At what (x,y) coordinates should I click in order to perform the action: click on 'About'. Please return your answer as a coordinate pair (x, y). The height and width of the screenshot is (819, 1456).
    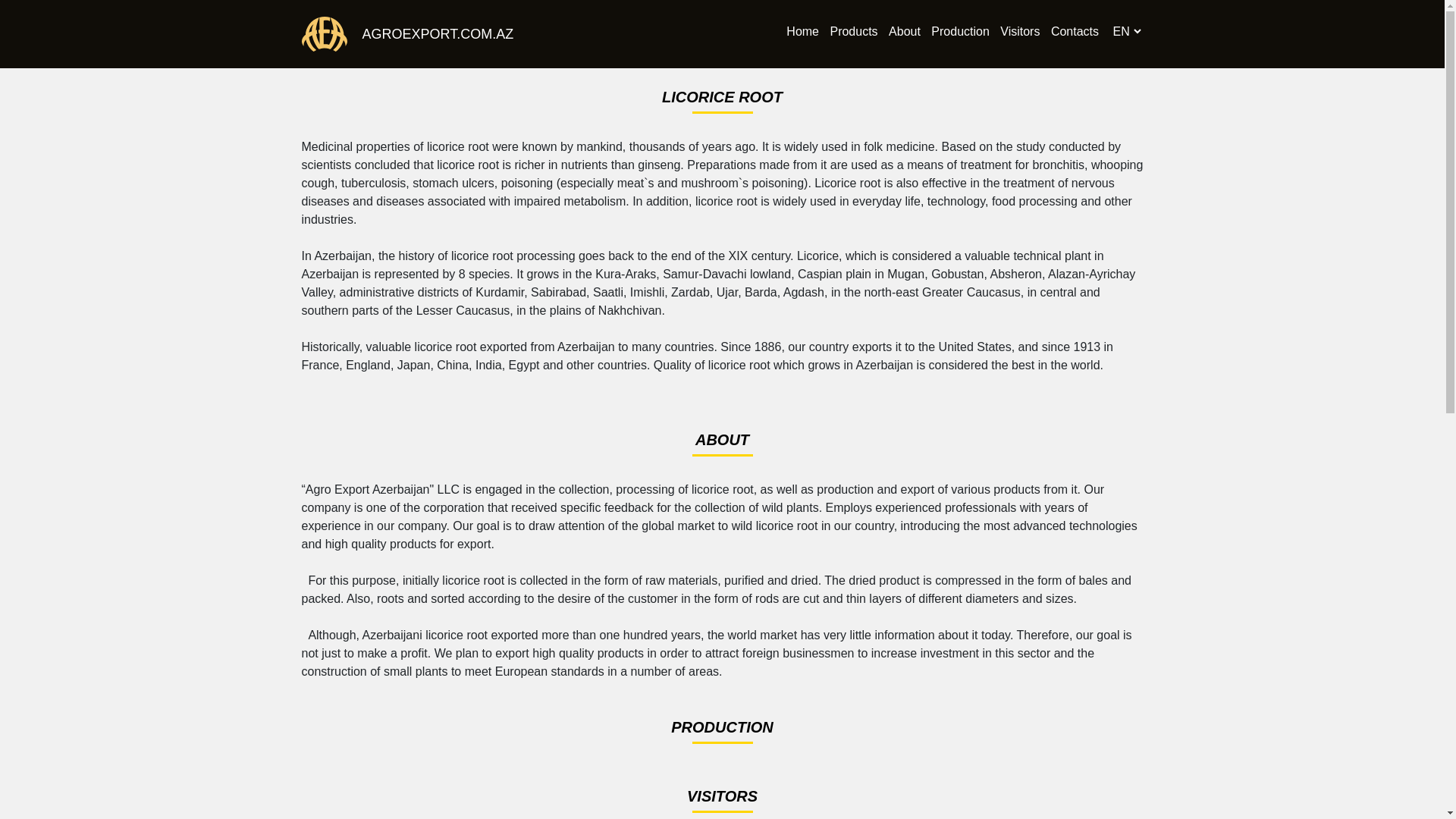
    Looking at the image, I should click on (905, 33).